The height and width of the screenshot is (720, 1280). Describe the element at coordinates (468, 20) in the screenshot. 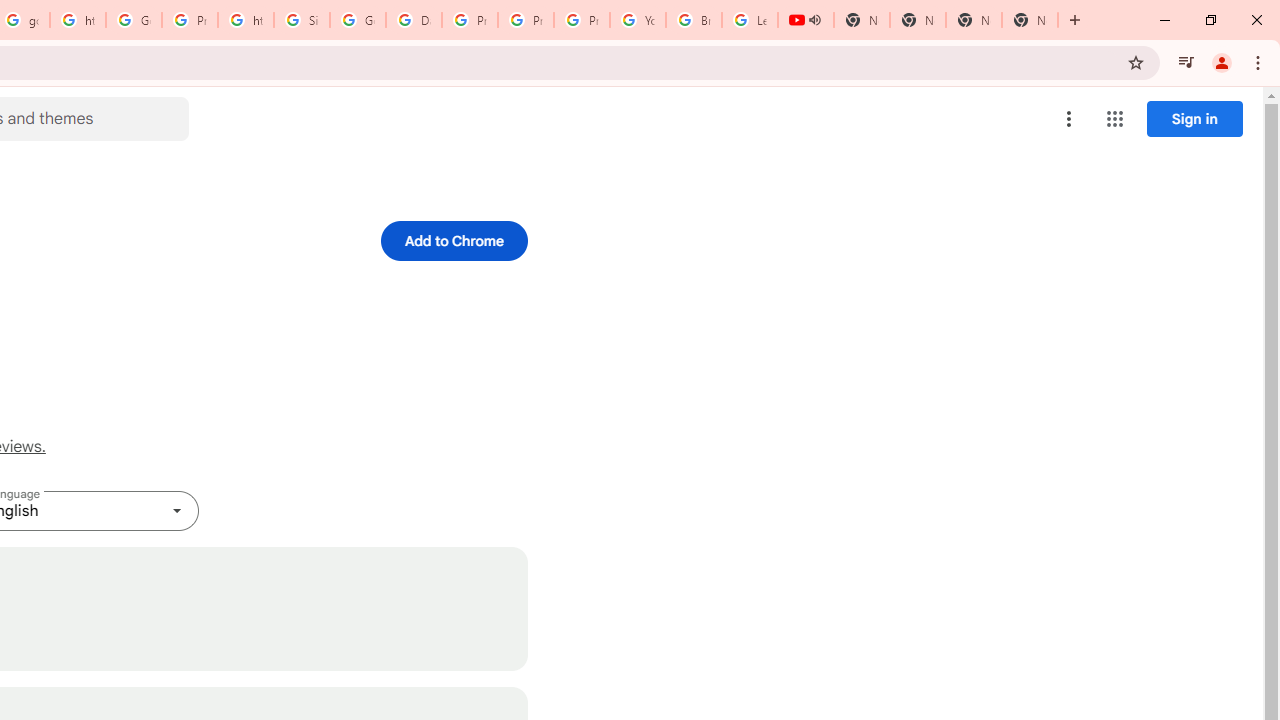

I see `'Privacy Help Center - Policies Help'` at that location.